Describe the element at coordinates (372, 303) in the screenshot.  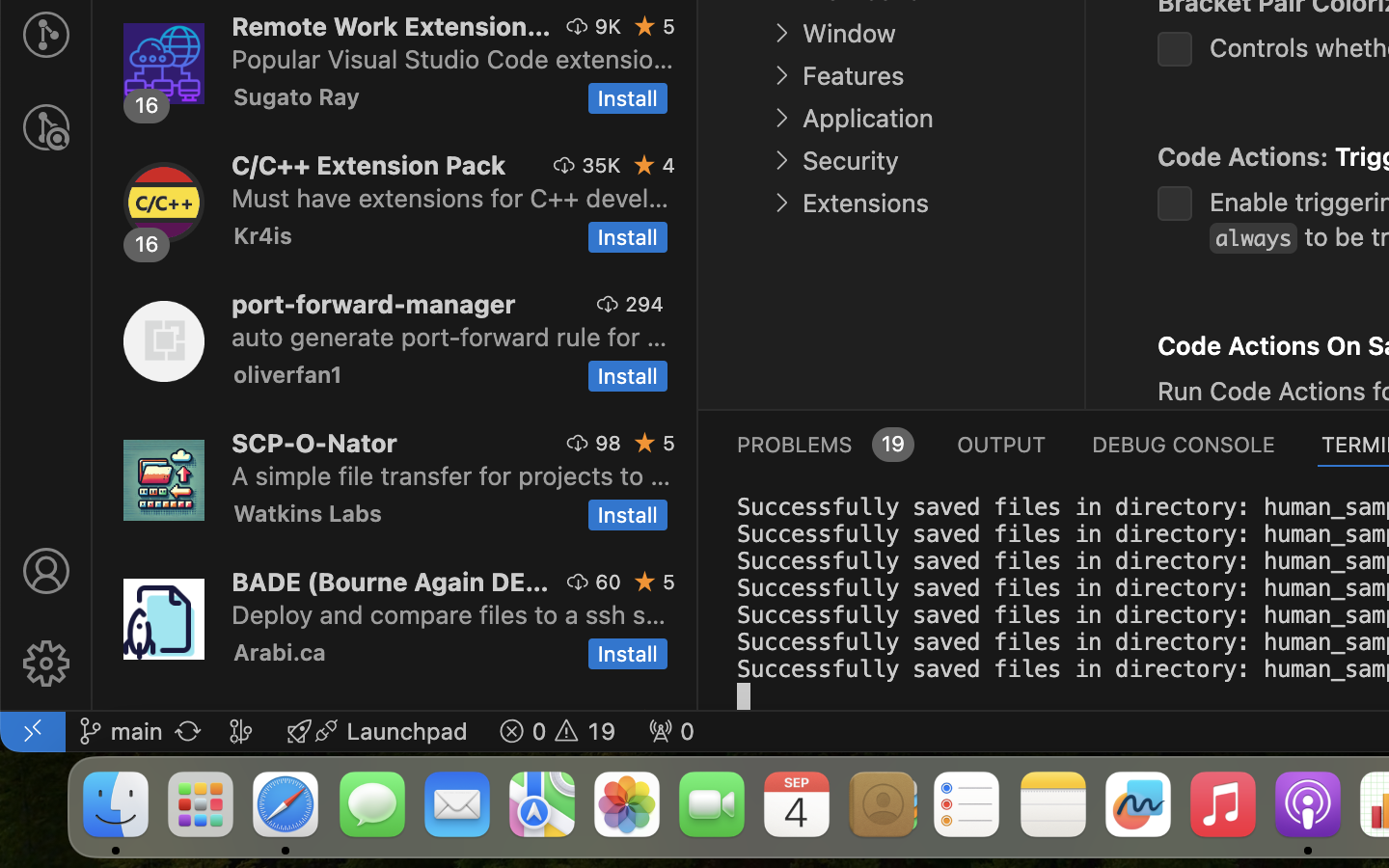
I see `'port-forward-manager'` at that location.